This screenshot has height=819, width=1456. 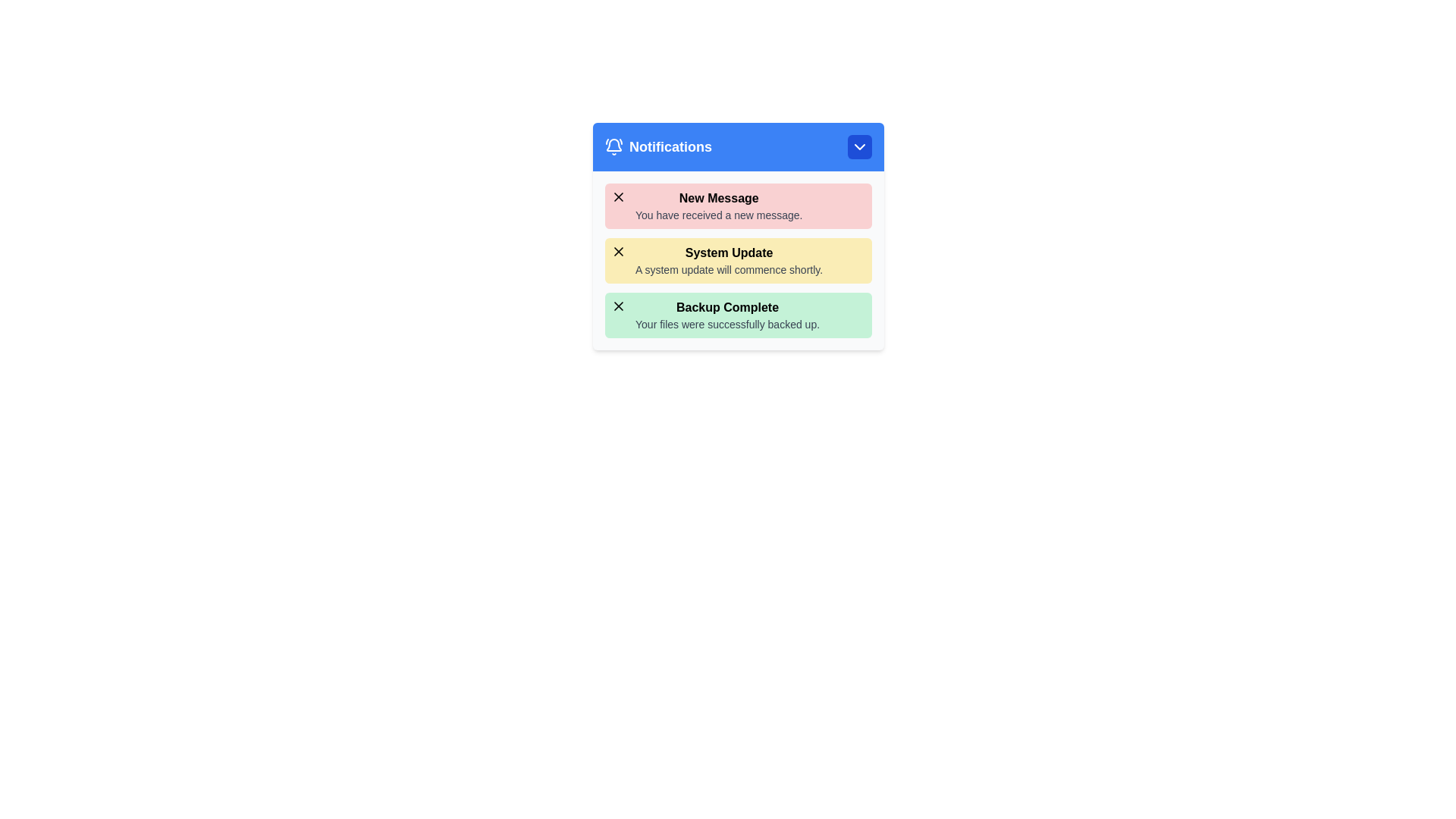 I want to click on the 'Notifications' label with the ringing bell icon located in the header bar of the notification panel, so click(x=658, y=146).